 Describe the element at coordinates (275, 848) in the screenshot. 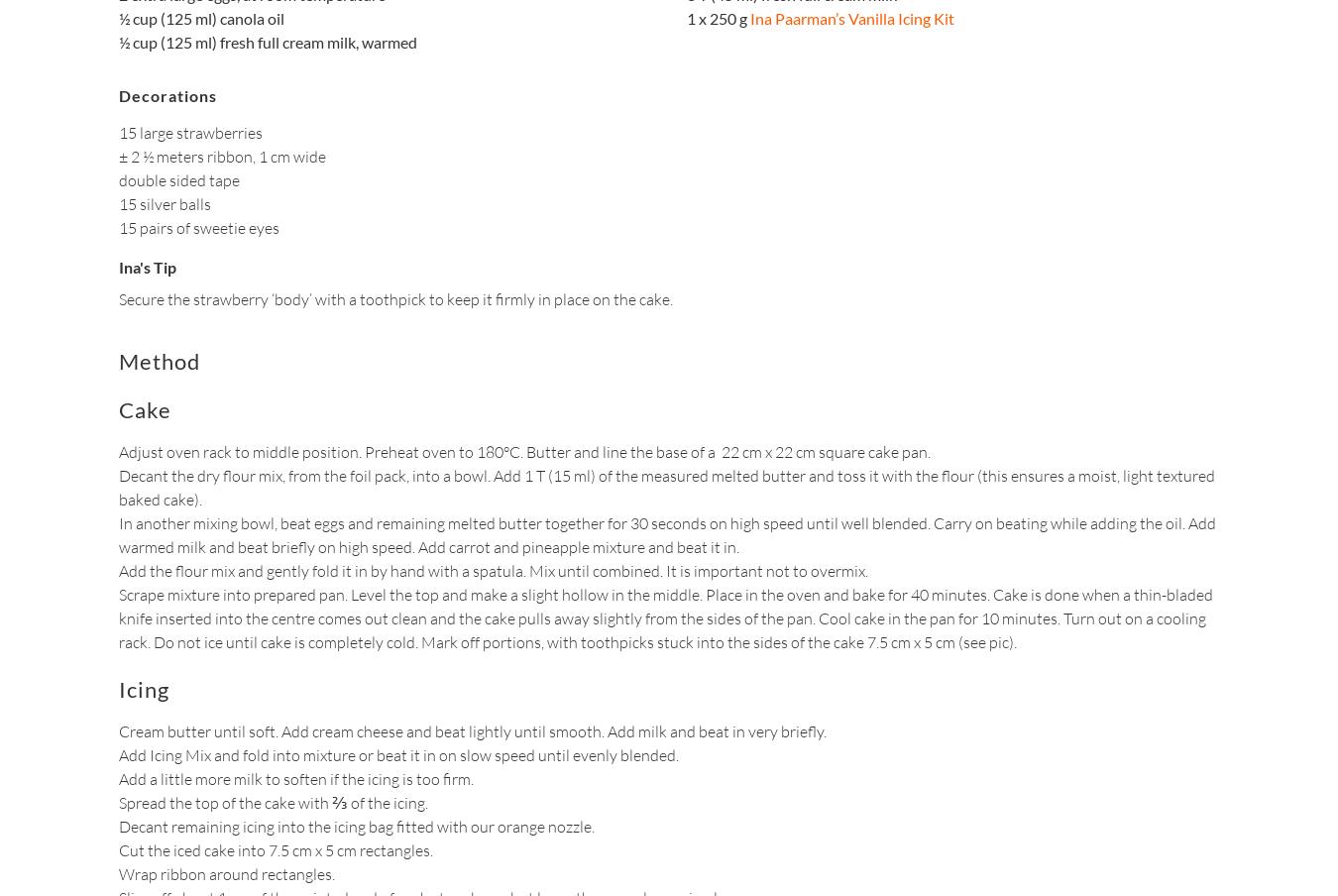

I see `'Cut the iced cake into 7.5 cm x 5 cm rectangles.'` at that location.